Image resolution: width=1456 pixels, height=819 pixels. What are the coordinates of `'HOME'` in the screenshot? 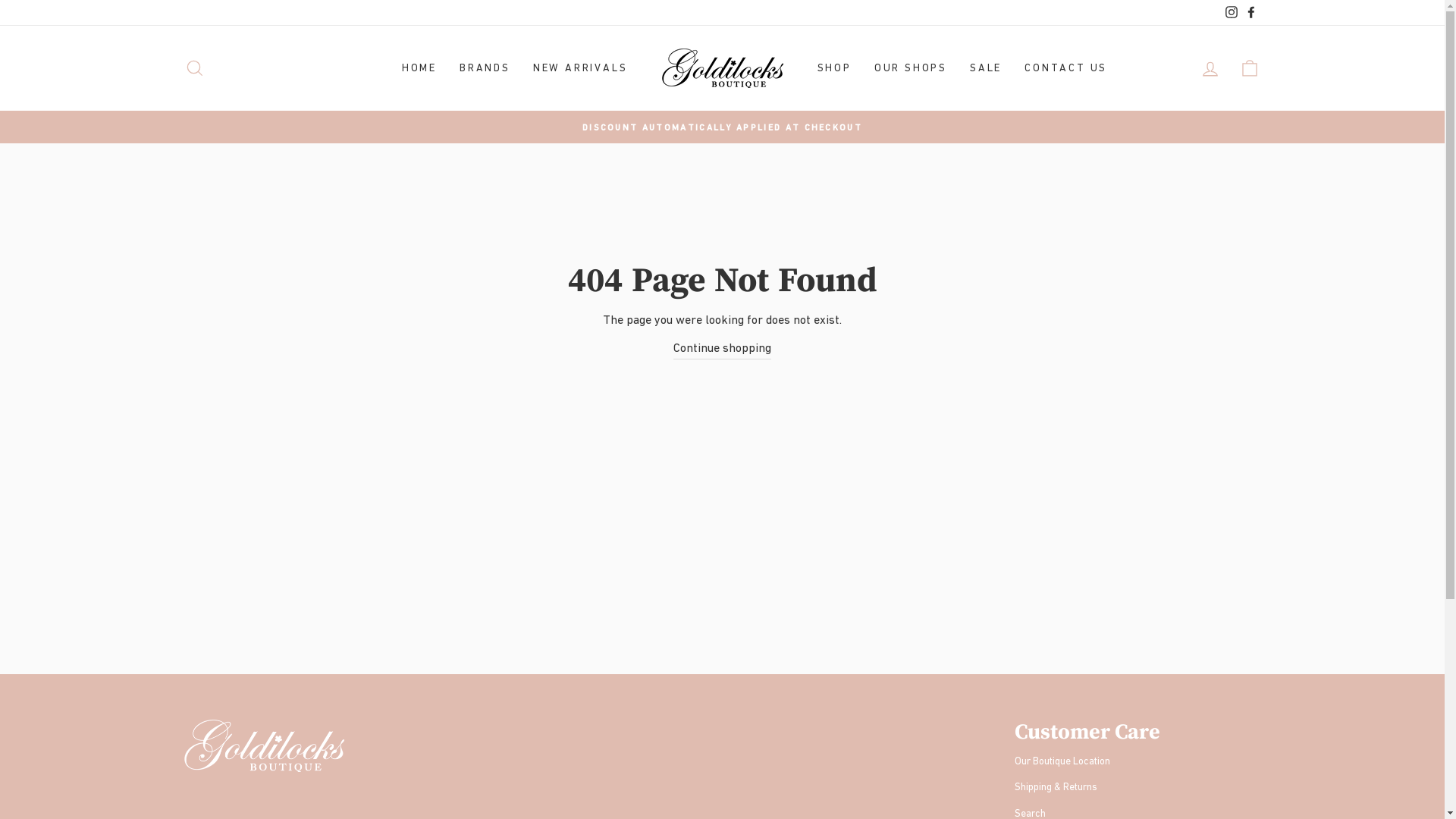 It's located at (419, 68).